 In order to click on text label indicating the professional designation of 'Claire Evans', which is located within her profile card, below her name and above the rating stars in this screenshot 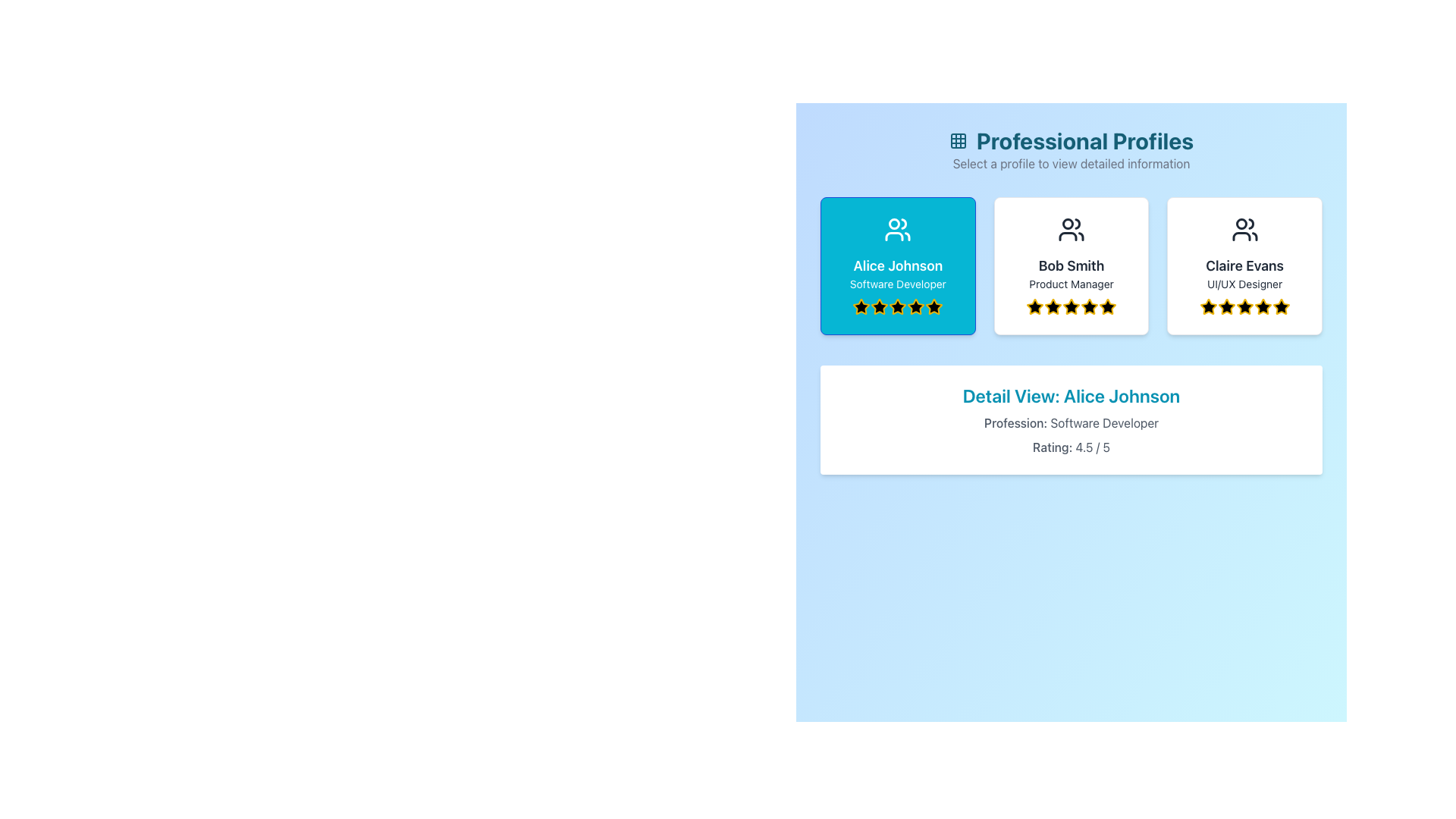, I will do `click(1244, 284)`.